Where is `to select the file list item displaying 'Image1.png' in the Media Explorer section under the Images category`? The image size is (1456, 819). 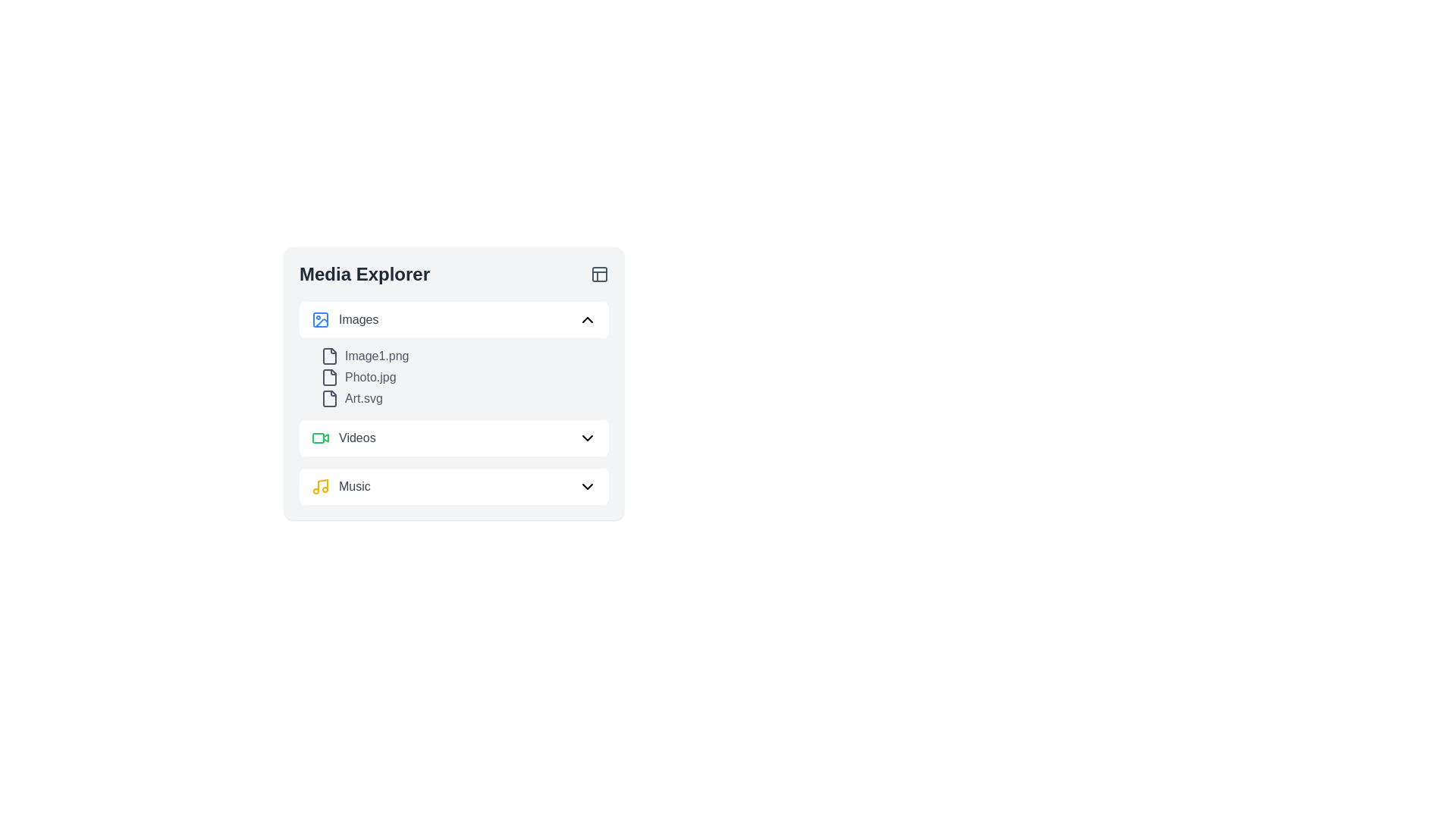
to select the file list item displaying 'Image1.png' in the Media Explorer section under the Images category is located at coordinates (464, 356).